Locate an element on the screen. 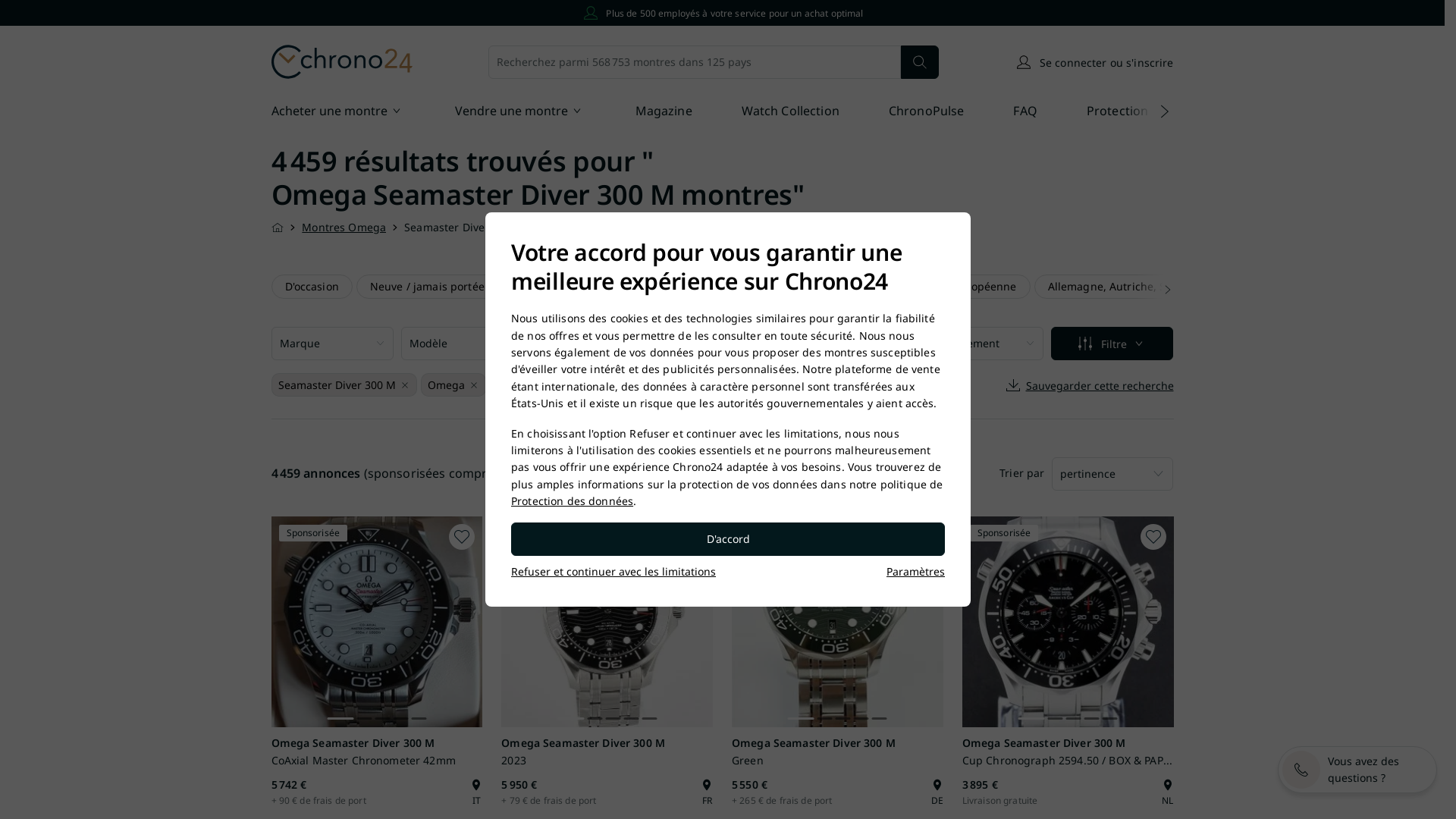 This screenshot has width=1456, height=819. 'Allemagne, Autriche, Suisse' is located at coordinates (1121, 287).